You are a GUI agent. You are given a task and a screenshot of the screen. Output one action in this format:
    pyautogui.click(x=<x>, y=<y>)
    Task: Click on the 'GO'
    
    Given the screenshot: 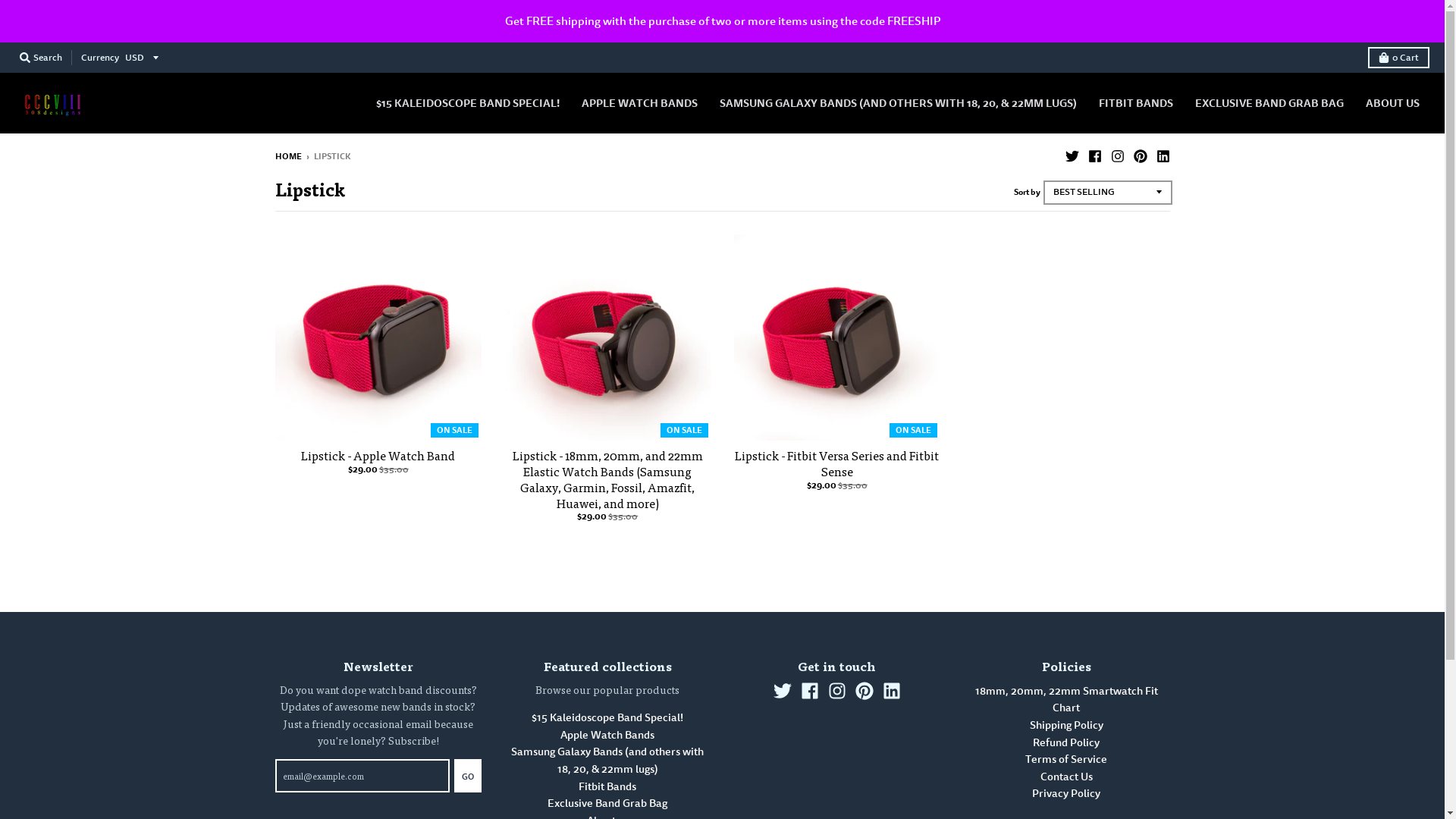 What is the action you would take?
    pyautogui.click(x=453, y=775)
    